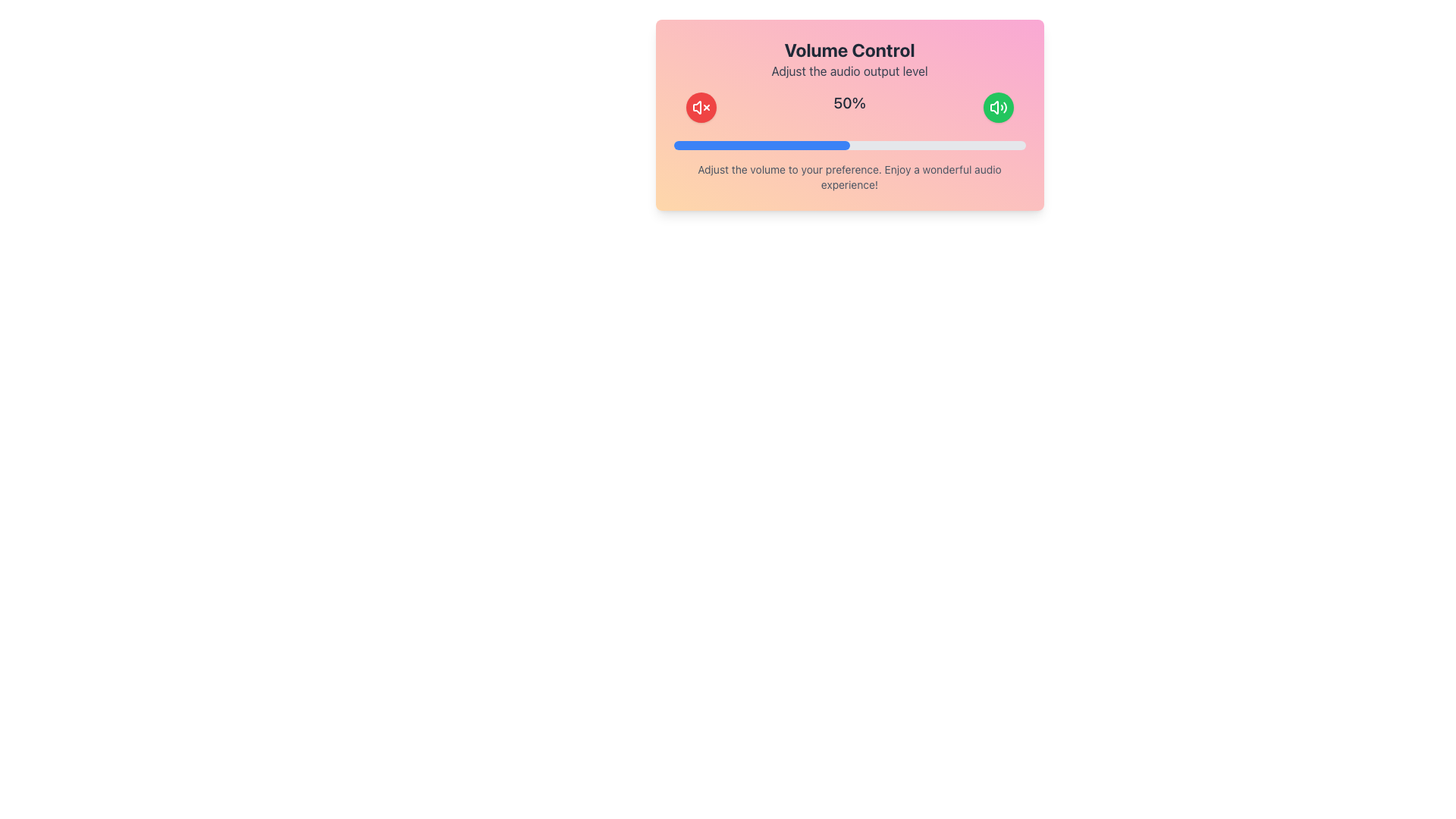 Image resolution: width=1456 pixels, height=819 pixels. What do you see at coordinates (926, 146) in the screenshot?
I see `the volume` at bounding box center [926, 146].